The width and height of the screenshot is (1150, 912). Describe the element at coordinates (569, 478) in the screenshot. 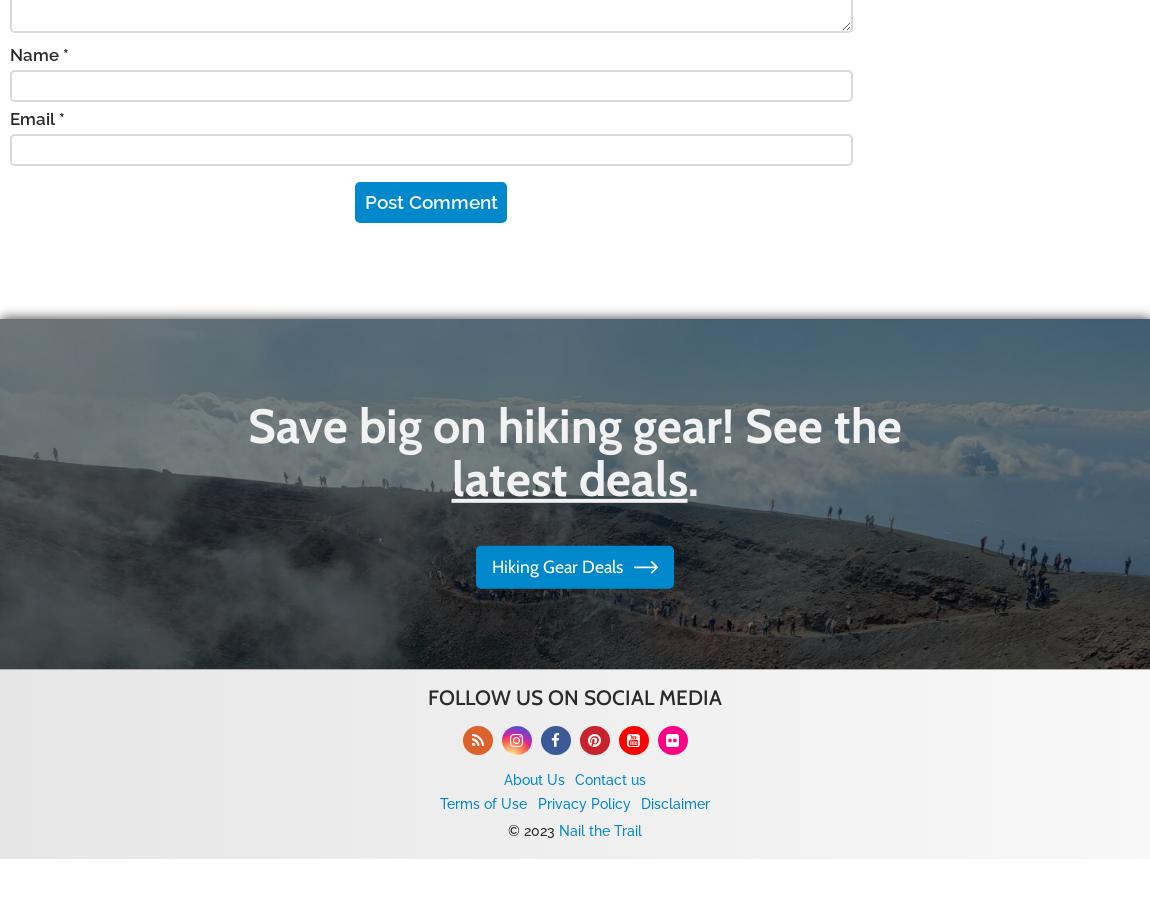

I see `'latest deals'` at that location.